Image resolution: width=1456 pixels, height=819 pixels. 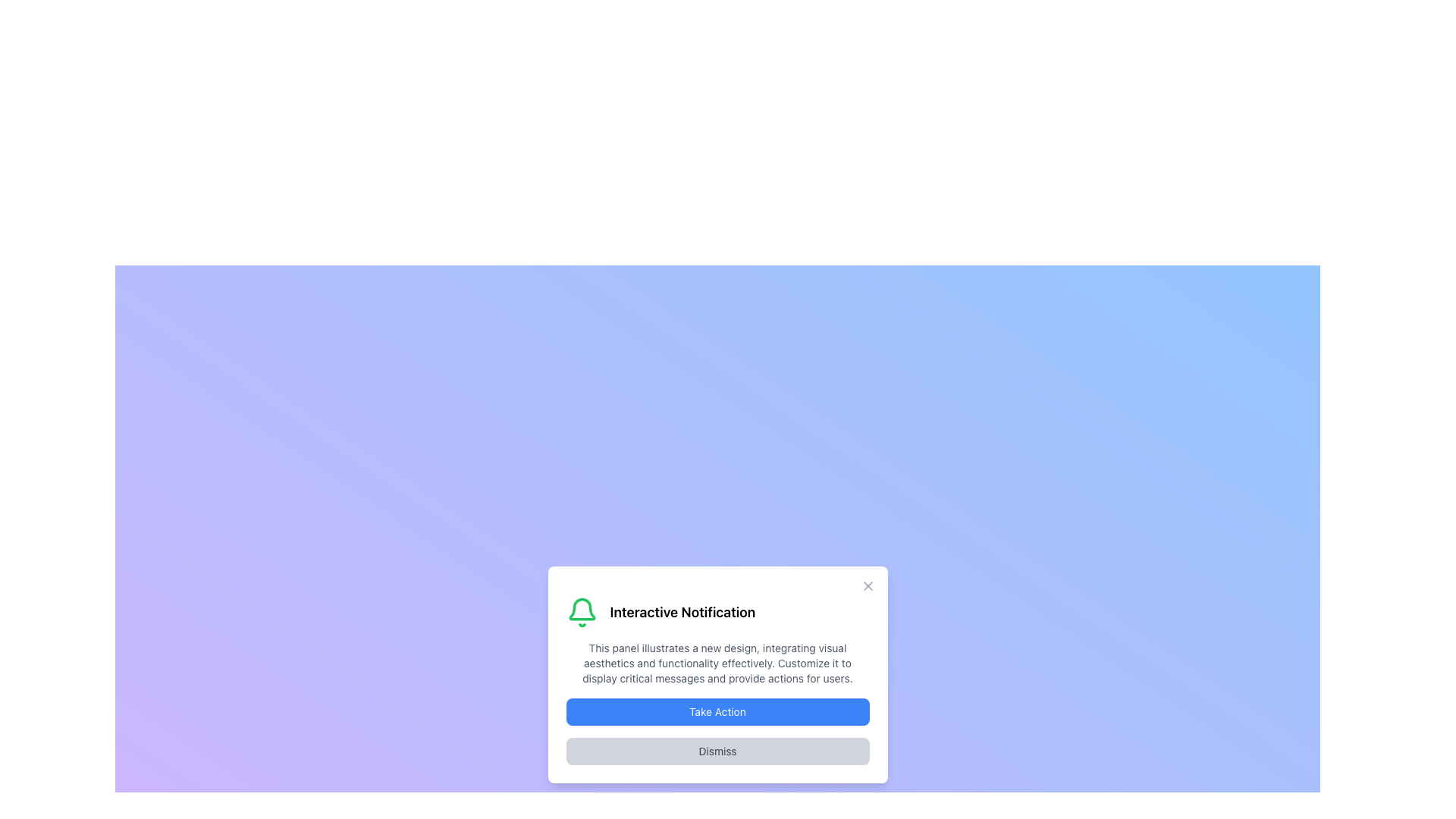 What do you see at coordinates (868, 585) in the screenshot?
I see `the close icon button located in the top-right corner of the card-like panel` at bounding box center [868, 585].